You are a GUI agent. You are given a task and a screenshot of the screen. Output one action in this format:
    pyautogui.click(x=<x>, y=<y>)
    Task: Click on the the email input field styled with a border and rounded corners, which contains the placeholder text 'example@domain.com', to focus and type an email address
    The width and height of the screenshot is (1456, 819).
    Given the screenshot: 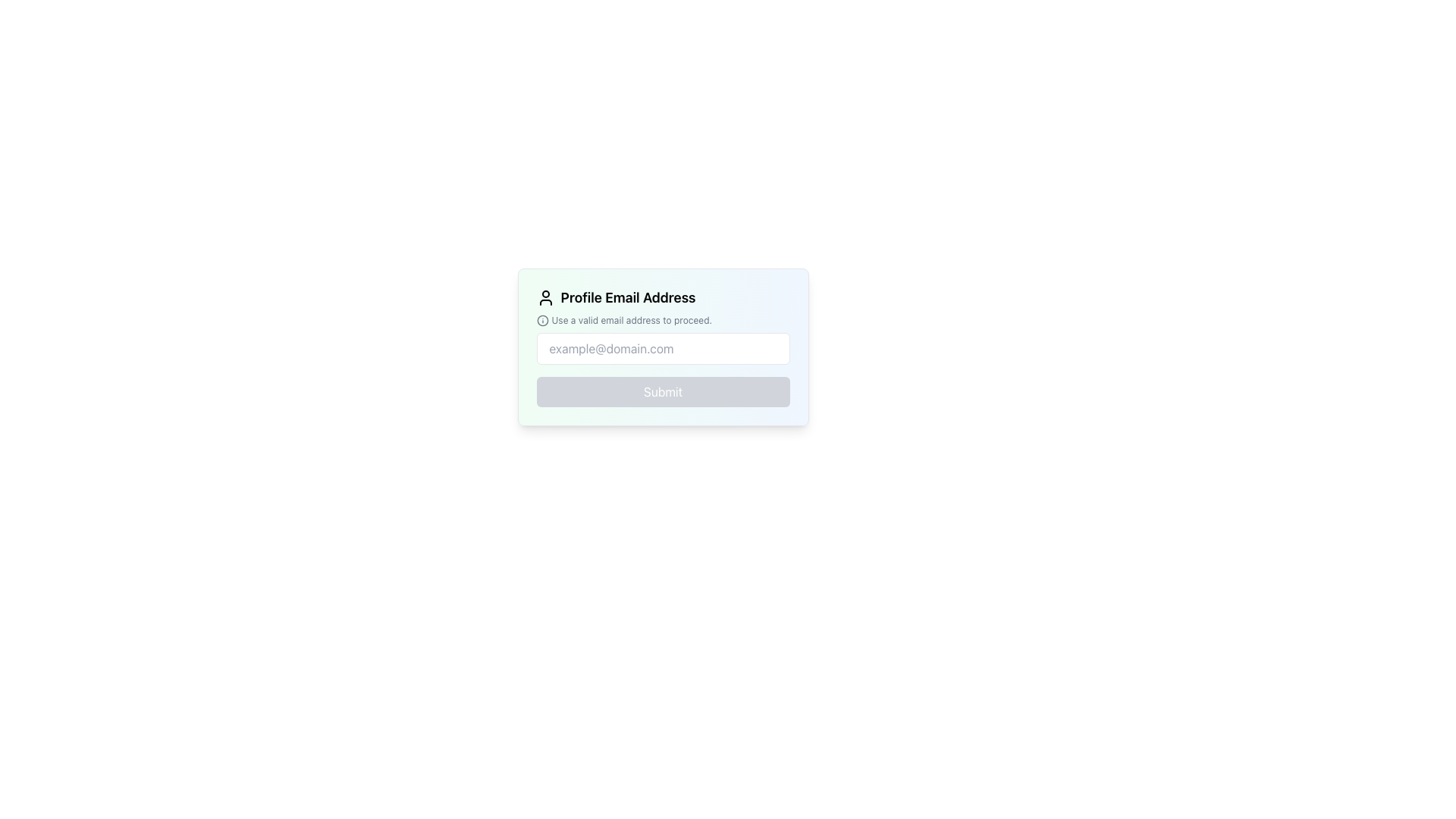 What is the action you would take?
    pyautogui.click(x=663, y=348)
    